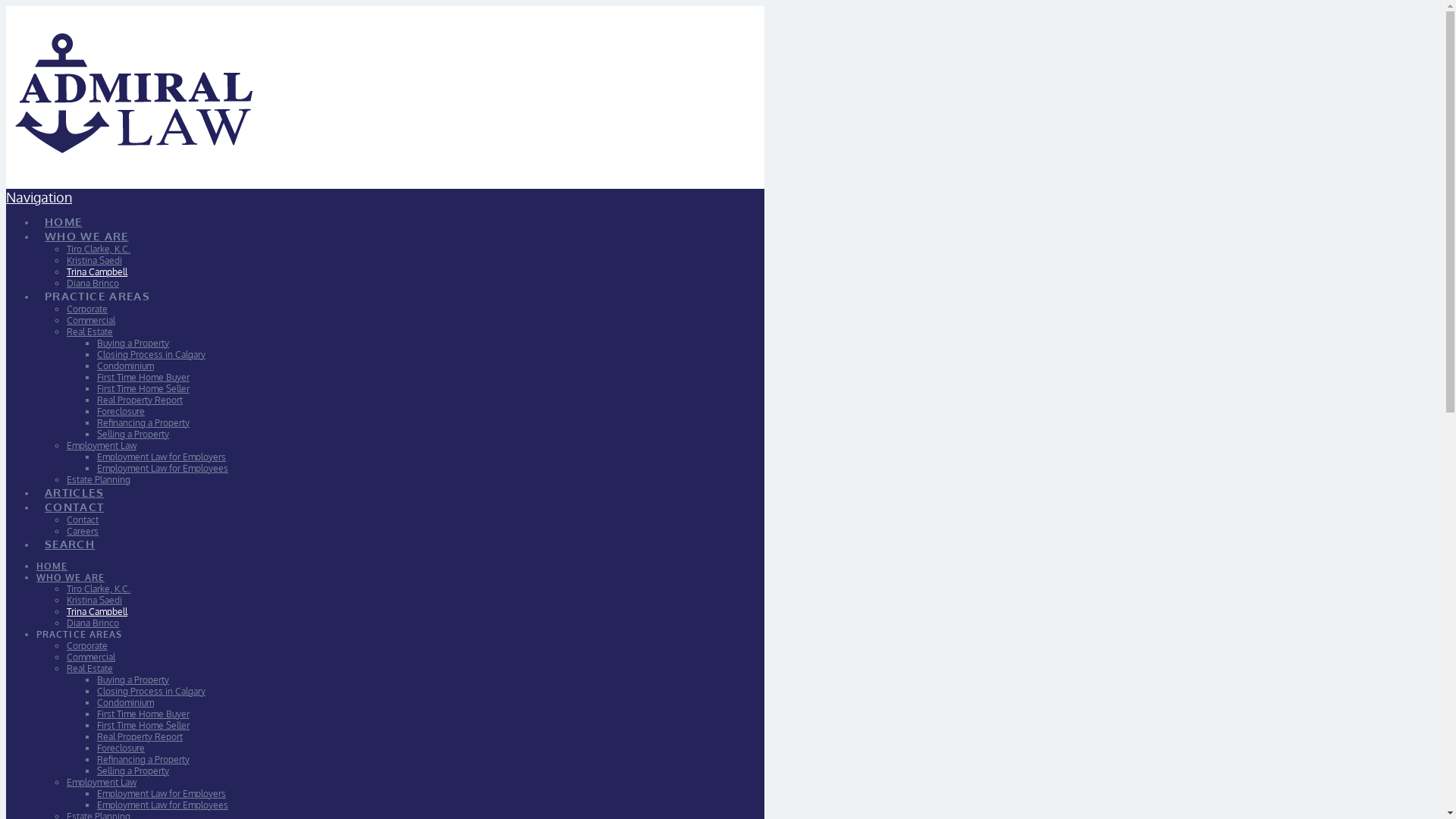 Image resolution: width=1456 pixels, height=819 pixels. What do you see at coordinates (82, 530) in the screenshot?
I see `'Careers'` at bounding box center [82, 530].